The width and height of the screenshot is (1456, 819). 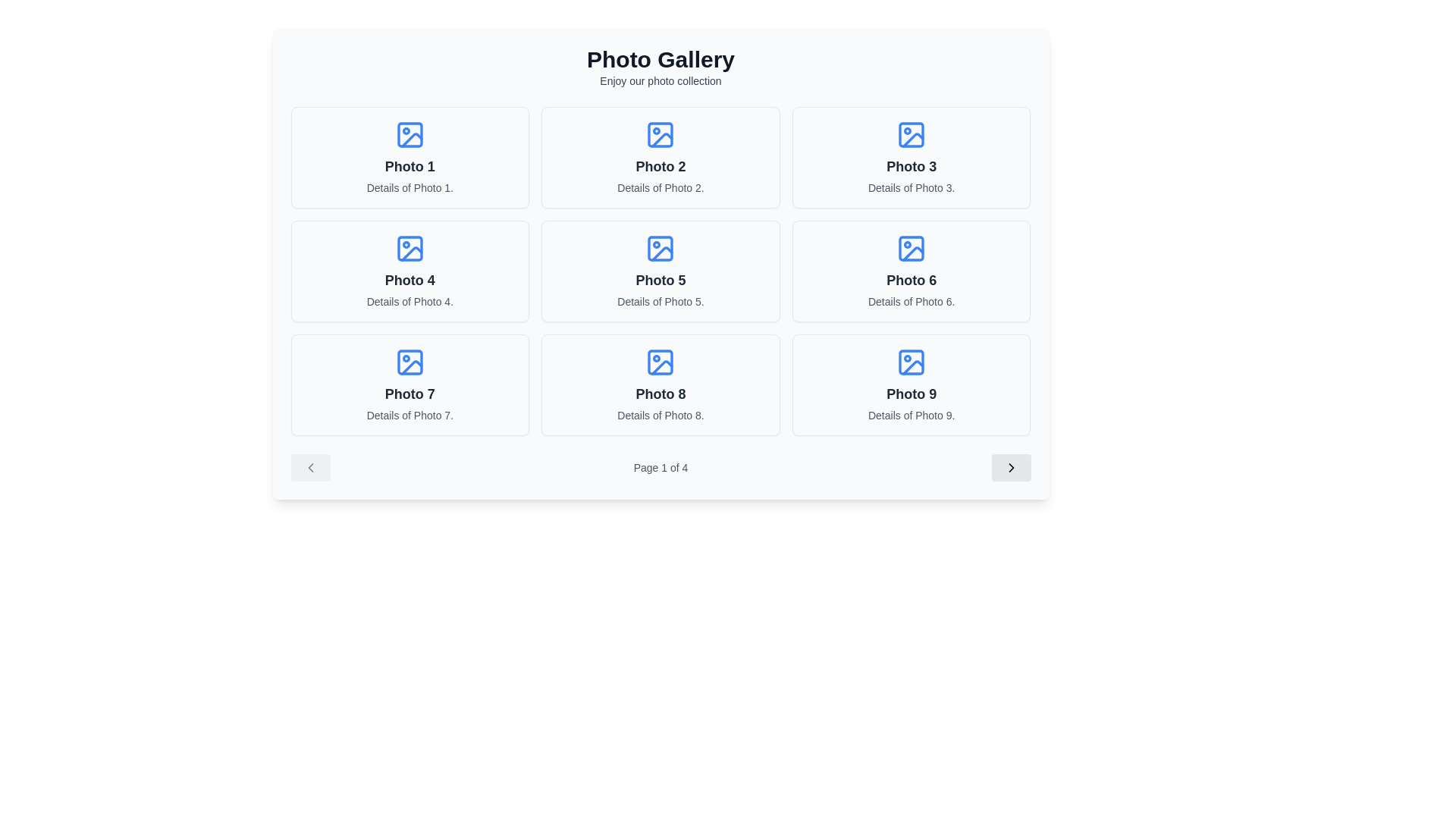 I want to click on the text display element that shows 'Photo Gallery' in bold, large text and the subtitle 'Enjoy our photo collection' below it, located at the top-center of the panel, so click(x=661, y=66).